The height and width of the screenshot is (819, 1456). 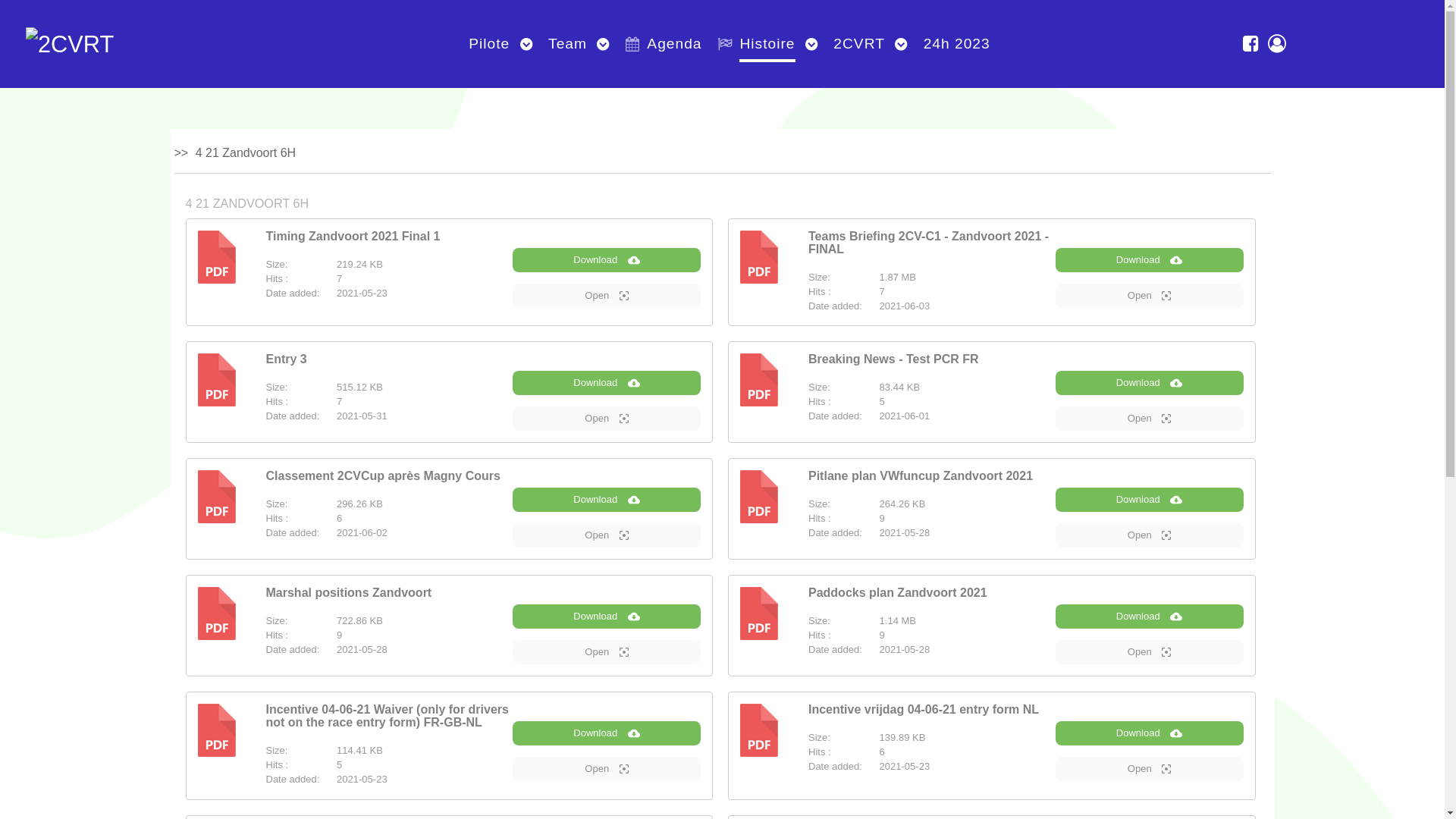 I want to click on 'Open', so click(x=607, y=534).